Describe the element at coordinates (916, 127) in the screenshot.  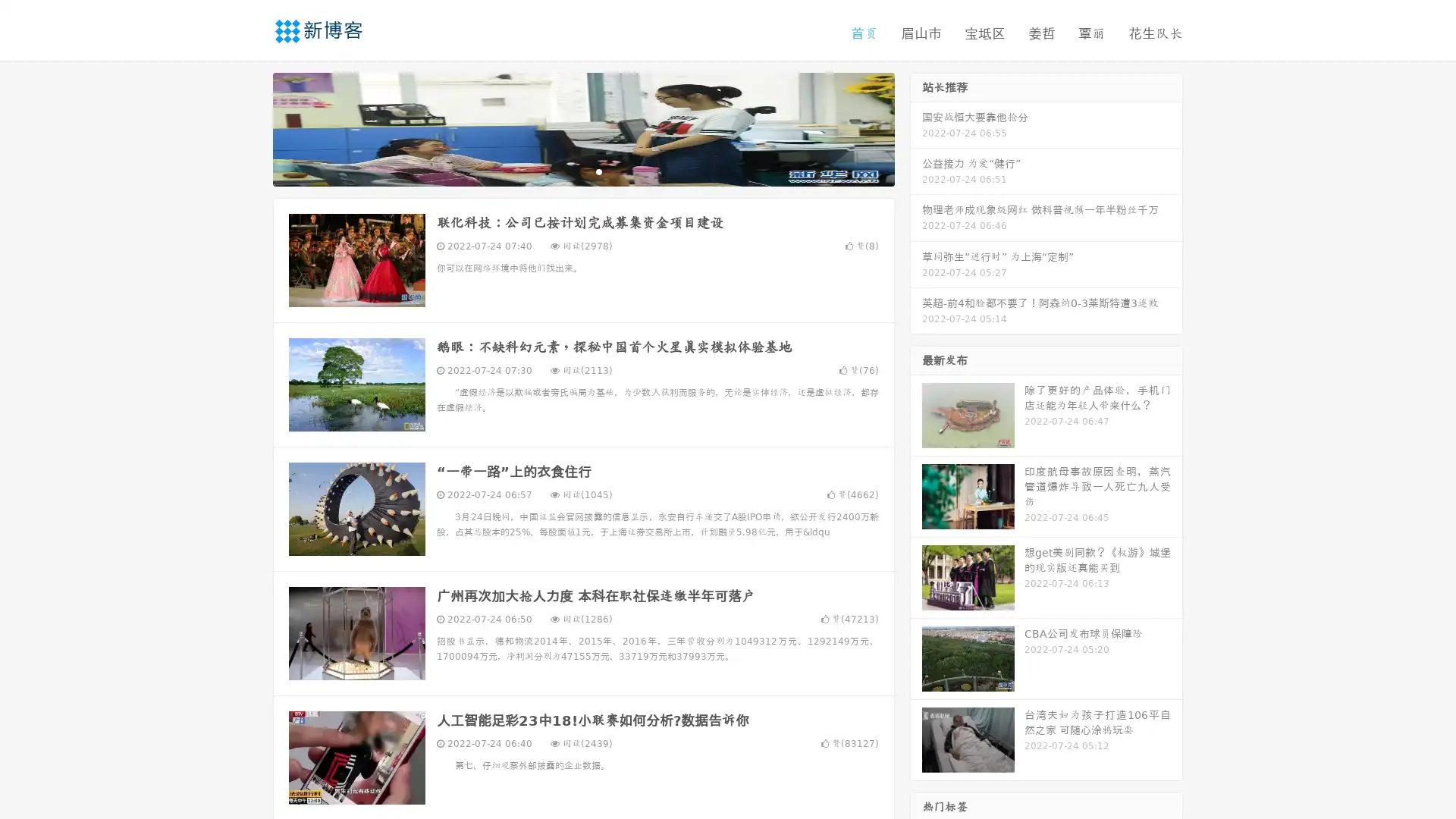
I see `Next slide` at that location.